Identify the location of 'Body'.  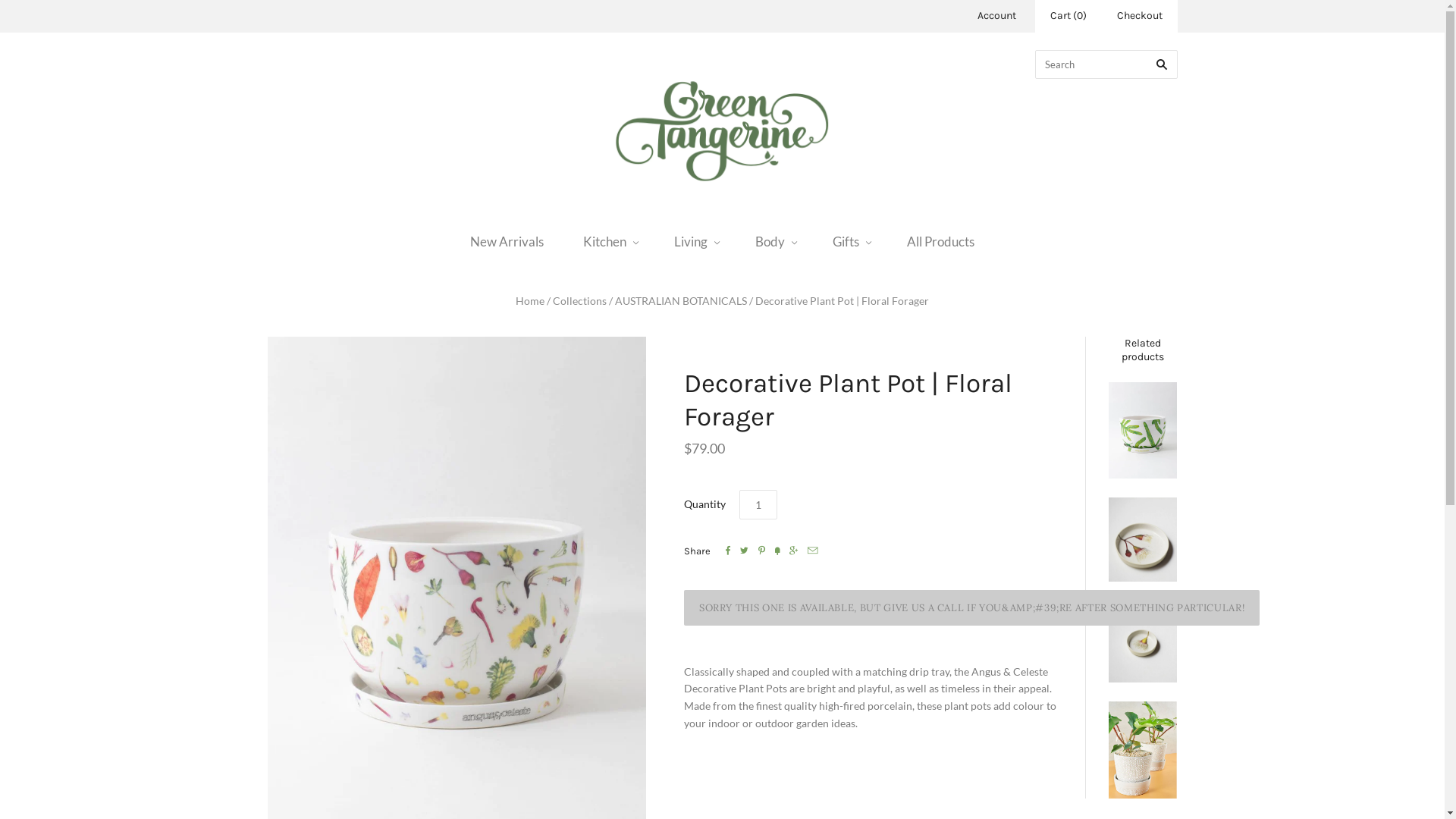
(774, 240).